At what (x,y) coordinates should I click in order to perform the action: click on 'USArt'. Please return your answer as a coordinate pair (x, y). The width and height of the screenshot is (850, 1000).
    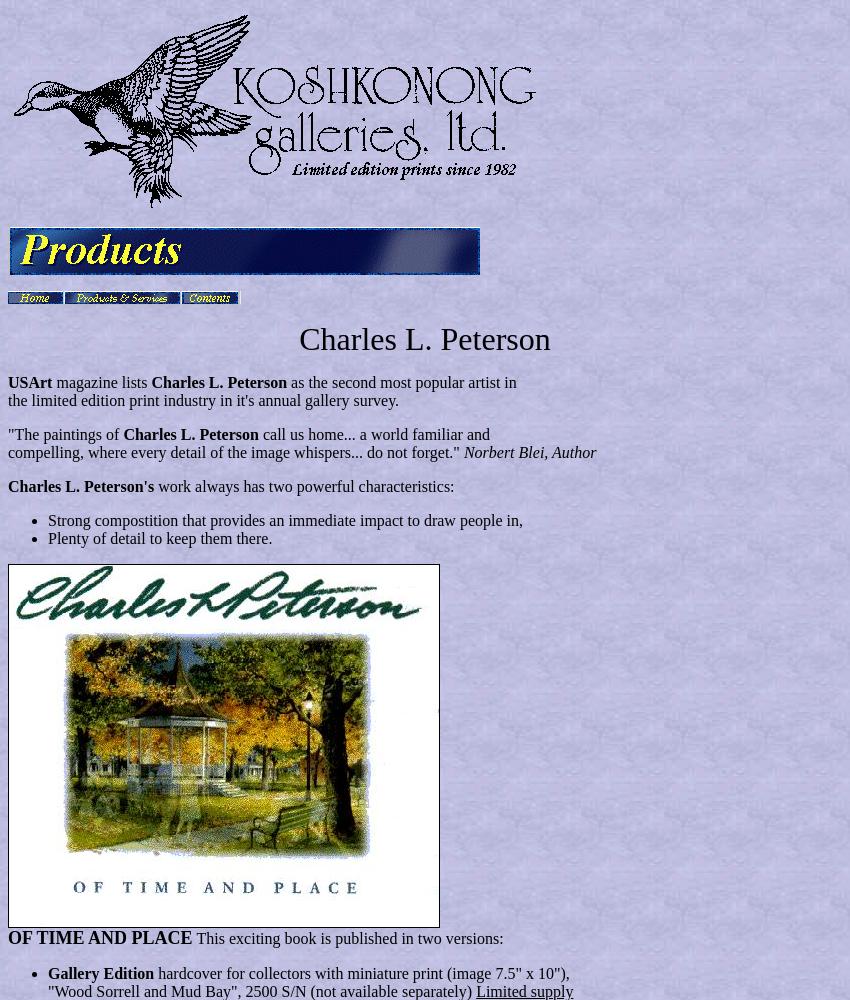
    Looking at the image, I should click on (29, 382).